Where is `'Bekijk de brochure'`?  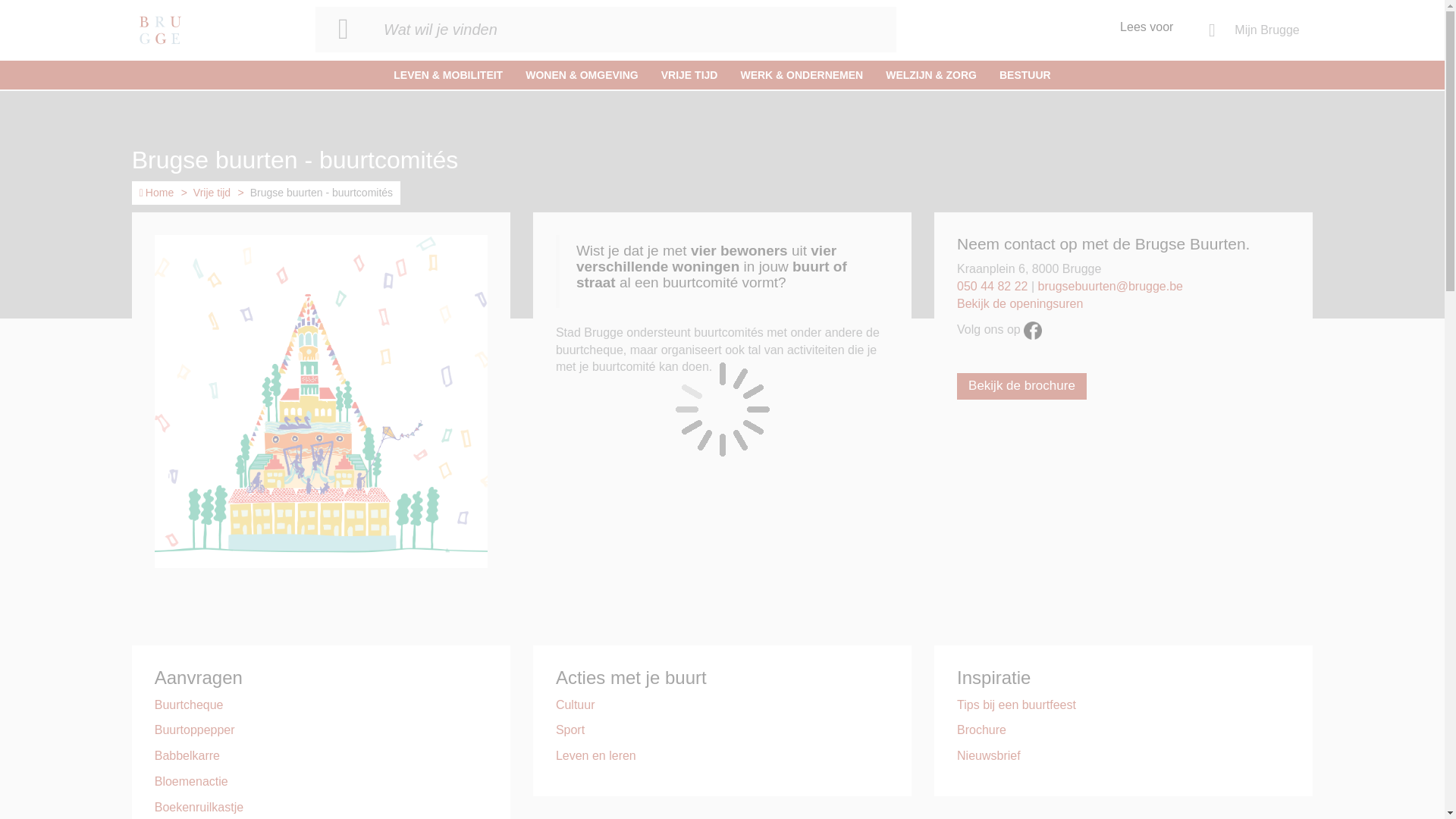 'Bekijk de brochure' is located at coordinates (1021, 385).